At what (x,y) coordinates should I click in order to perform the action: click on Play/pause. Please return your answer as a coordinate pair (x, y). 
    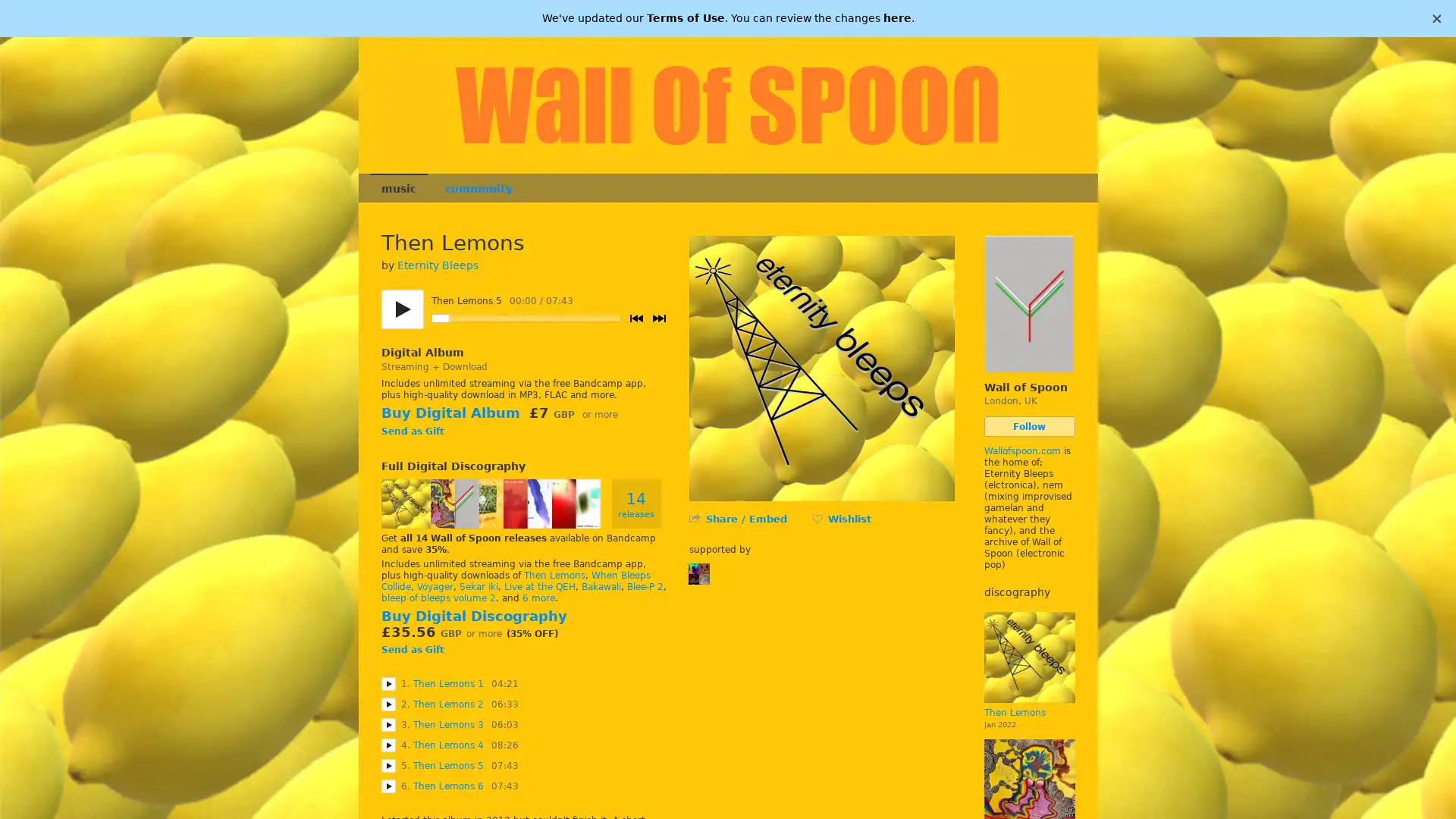
    Looking at the image, I should click on (401, 309).